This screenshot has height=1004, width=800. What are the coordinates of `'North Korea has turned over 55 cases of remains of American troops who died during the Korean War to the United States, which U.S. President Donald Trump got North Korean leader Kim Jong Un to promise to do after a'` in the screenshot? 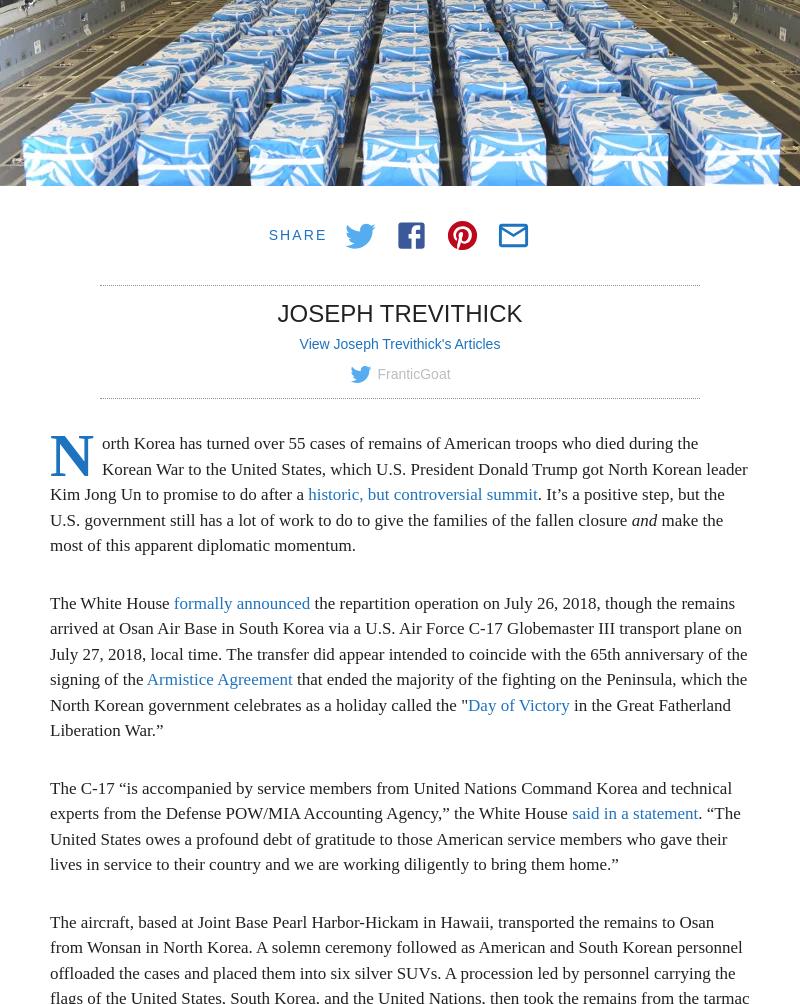 It's located at (397, 462).